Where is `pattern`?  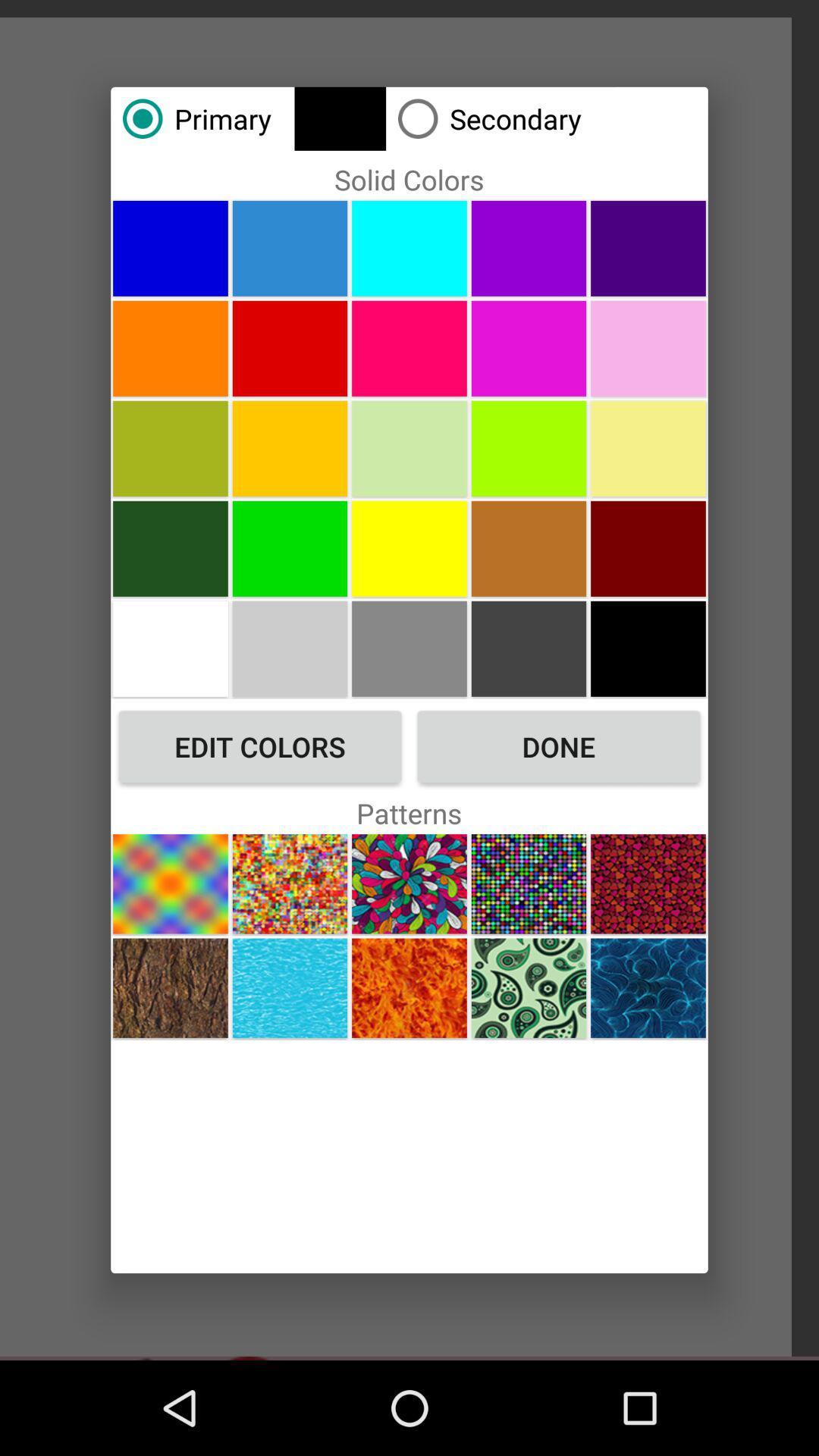 pattern is located at coordinates (290, 883).